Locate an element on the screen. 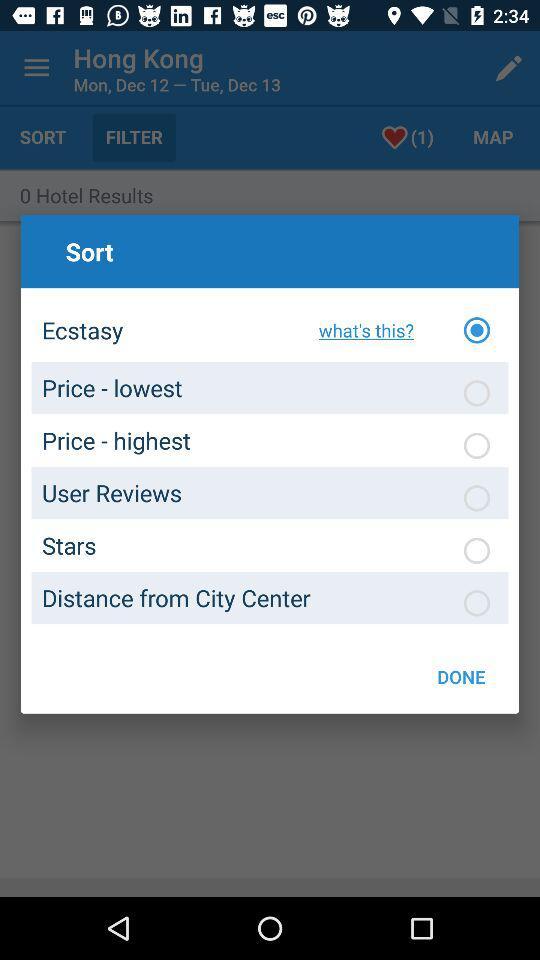  article is located at coordinates (475, 602).